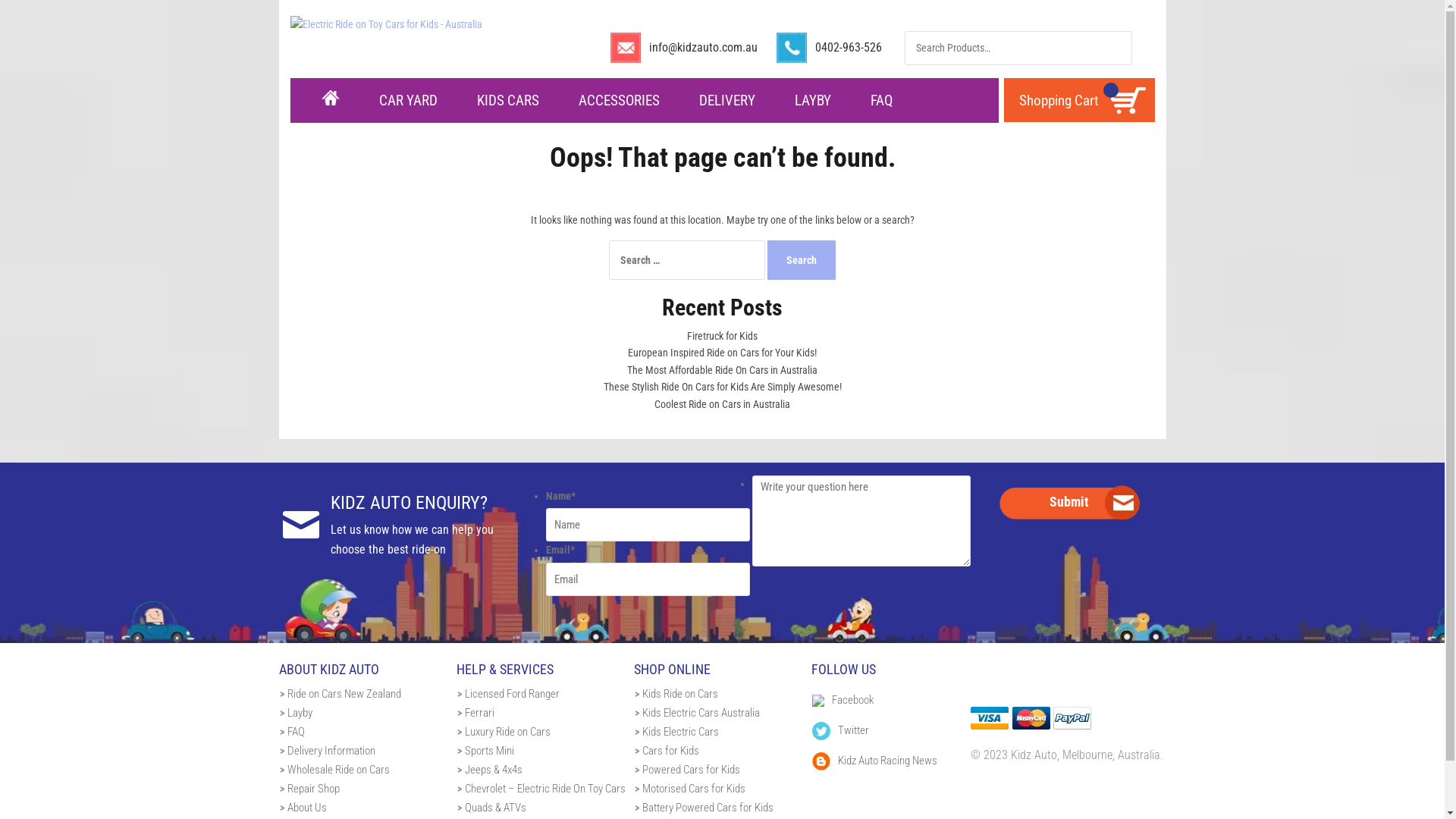  What do you see at coordinates (814, 46) in the screenshot?
I see `'0402-963-526'` at bounding box center [814, 46].